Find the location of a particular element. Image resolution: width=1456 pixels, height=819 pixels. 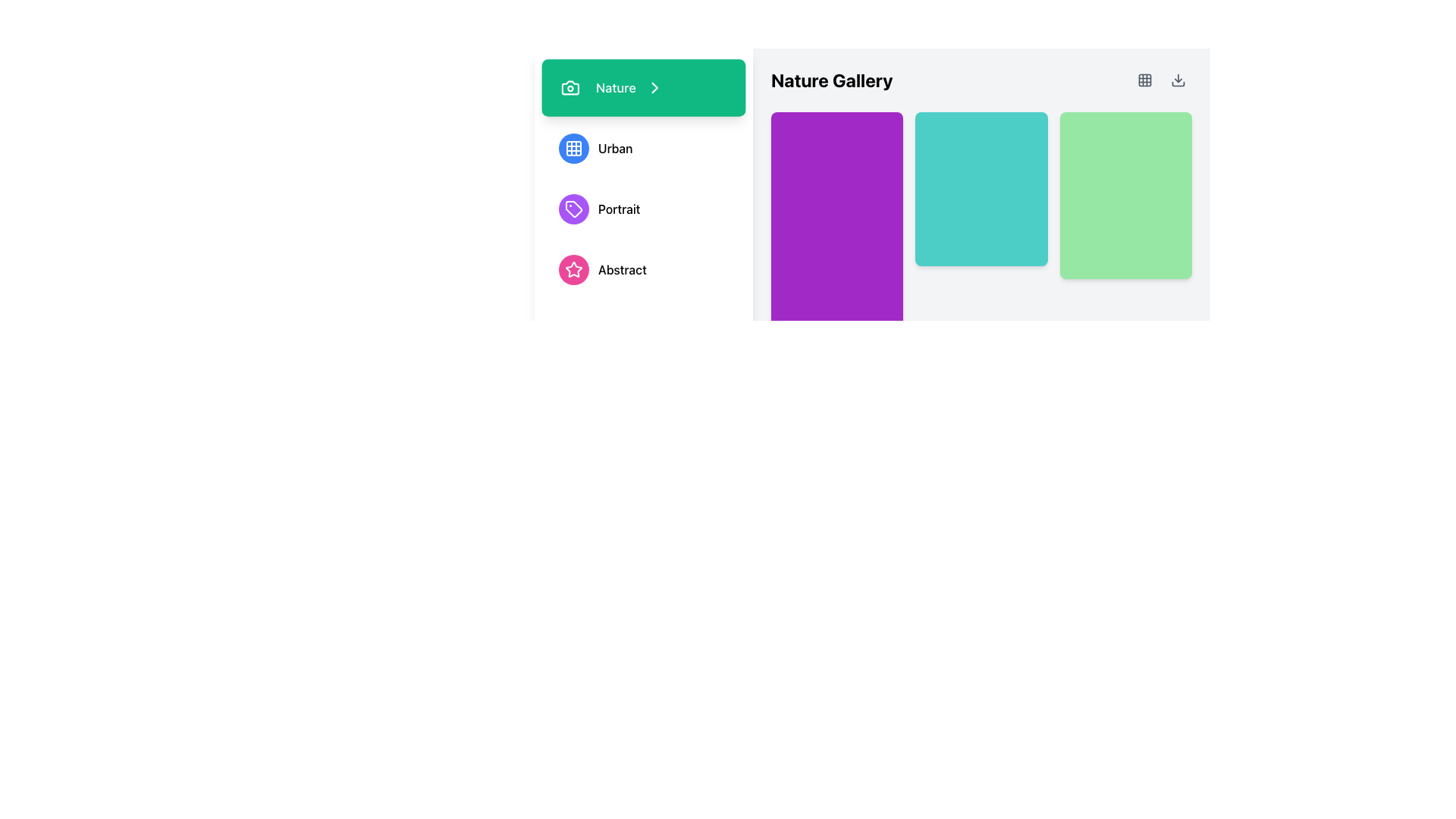

the download icon button located at the top-right corner of the gallery content area to initiate the download is located at coordinates (1178, 80).